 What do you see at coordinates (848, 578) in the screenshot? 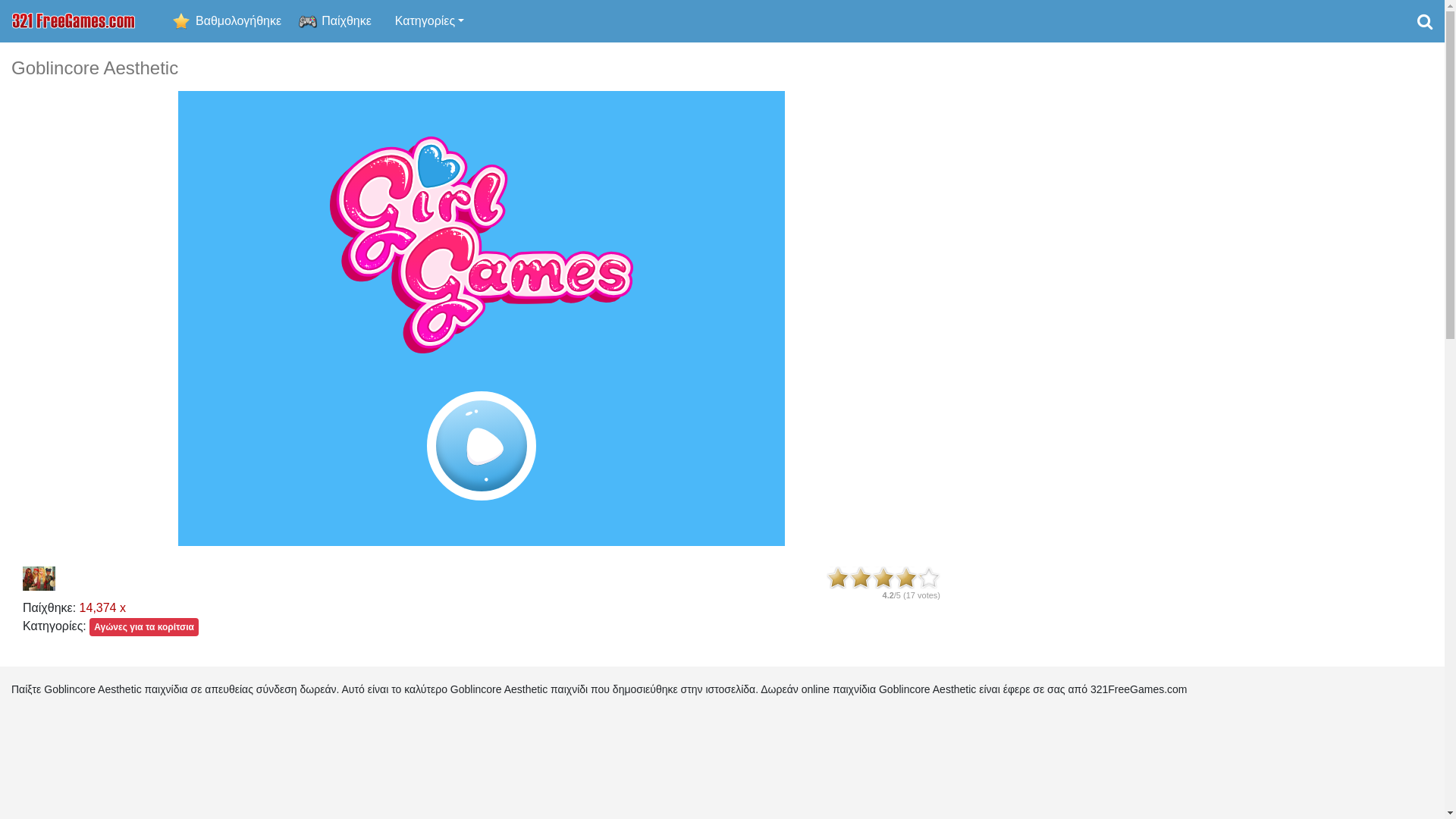
I see `'2'` at bounding box center [848, 578].